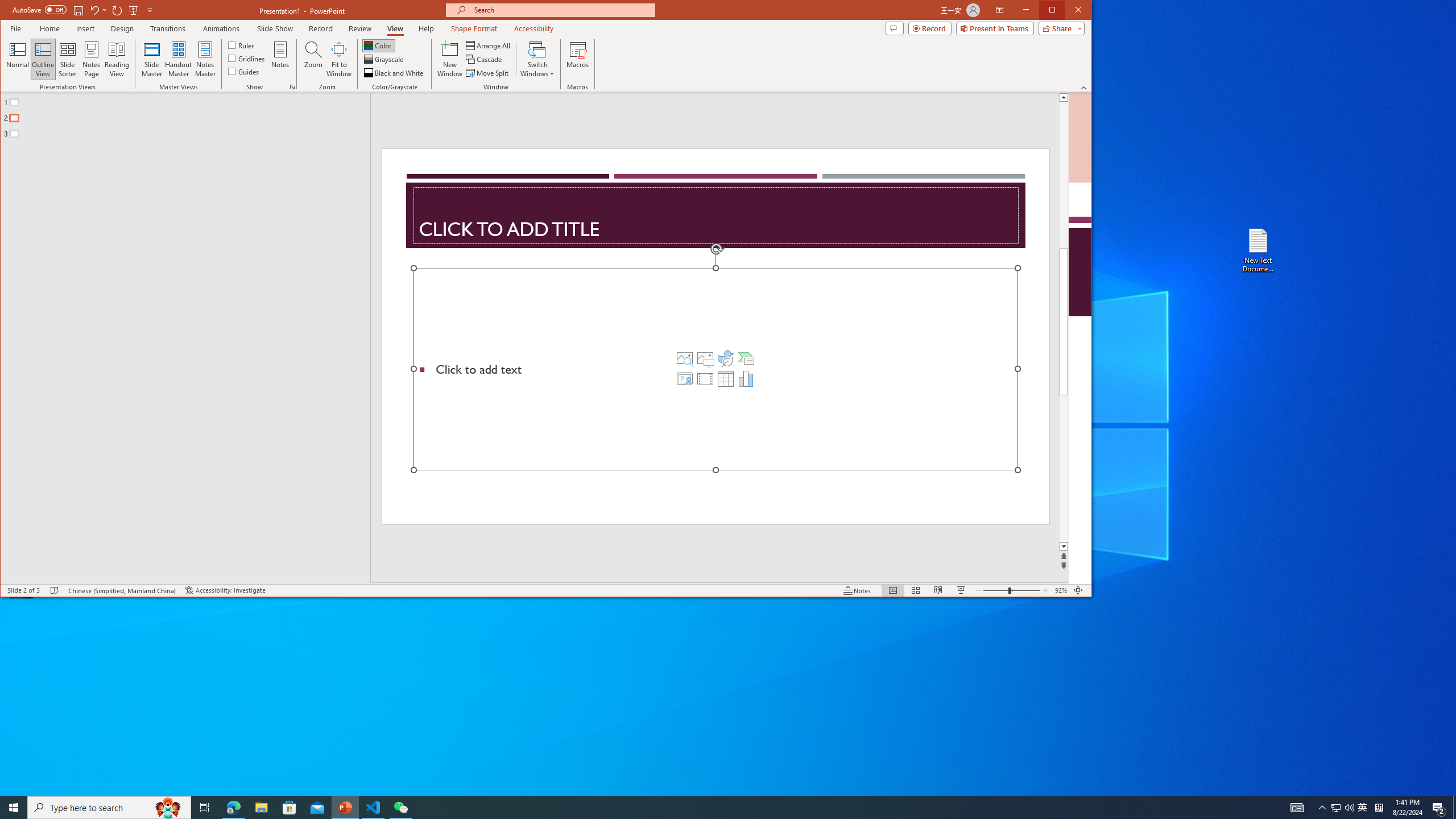  Describe the element at coordinates (537, 59) in the screenshot. I see `'Switch Windows'` at that location.